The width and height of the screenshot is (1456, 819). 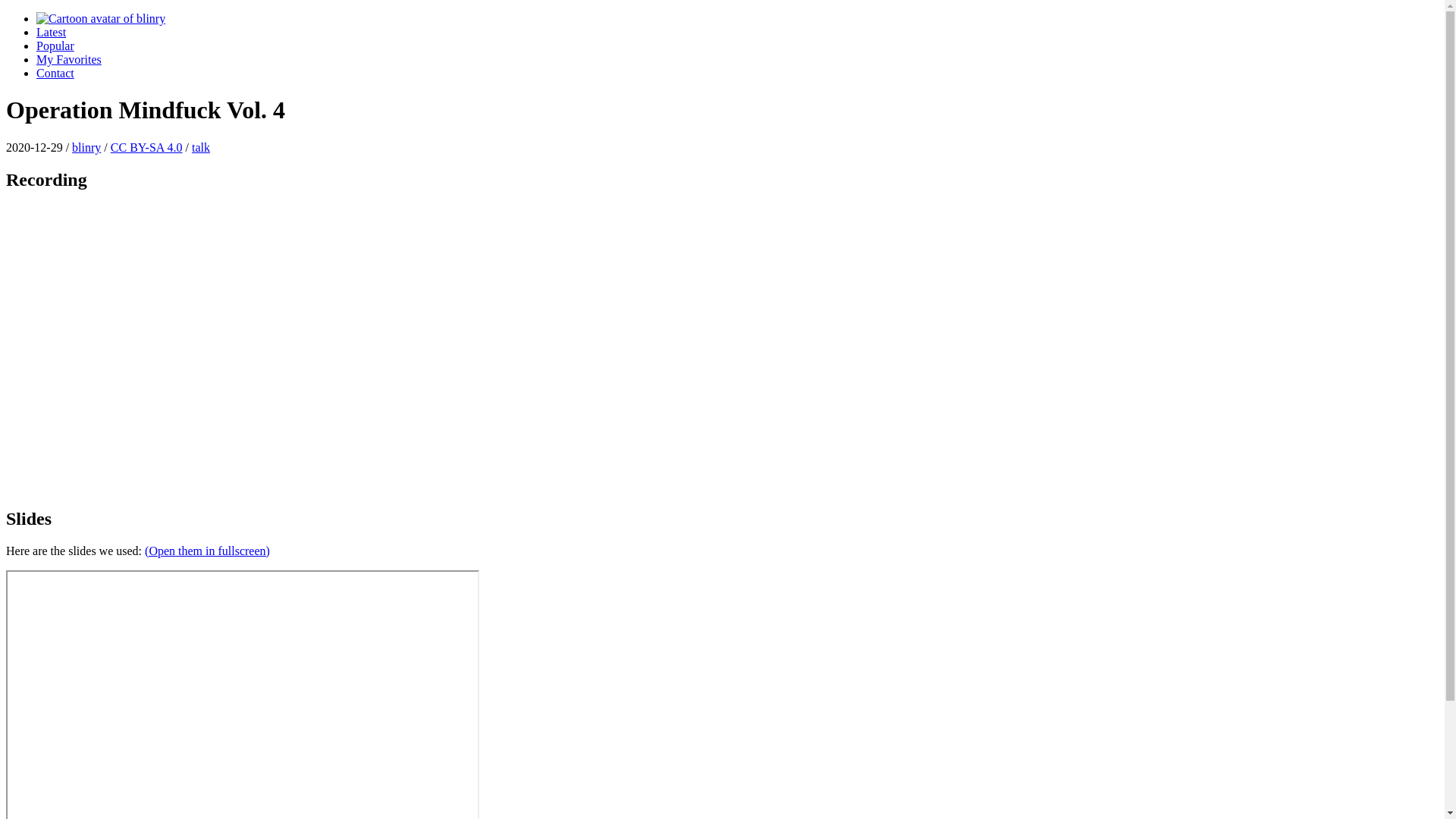 I want to click on 'blinry', so click(x=86, y=147).